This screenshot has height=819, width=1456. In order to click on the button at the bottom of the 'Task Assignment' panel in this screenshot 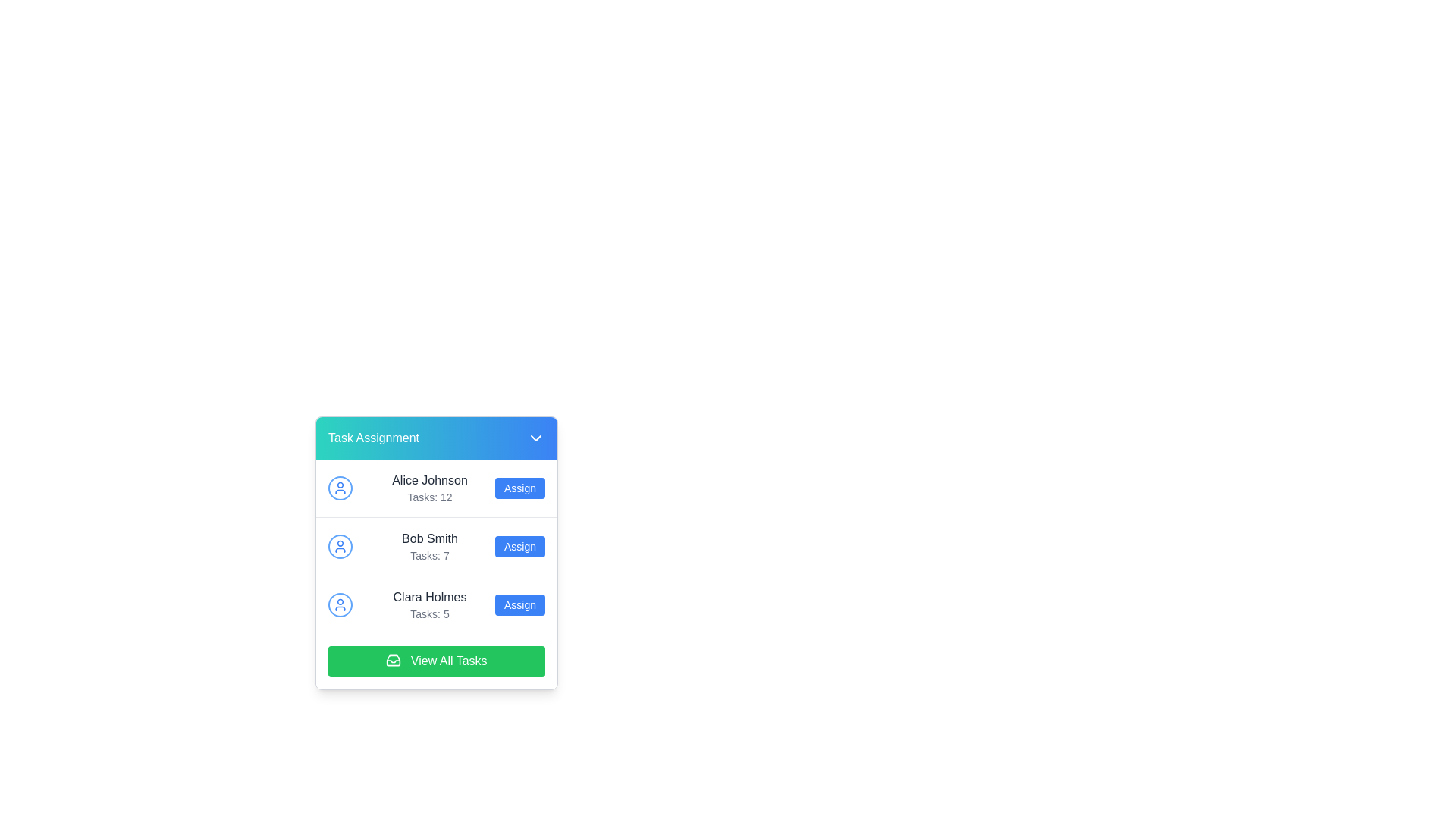, I will do `click(436, 660)`.